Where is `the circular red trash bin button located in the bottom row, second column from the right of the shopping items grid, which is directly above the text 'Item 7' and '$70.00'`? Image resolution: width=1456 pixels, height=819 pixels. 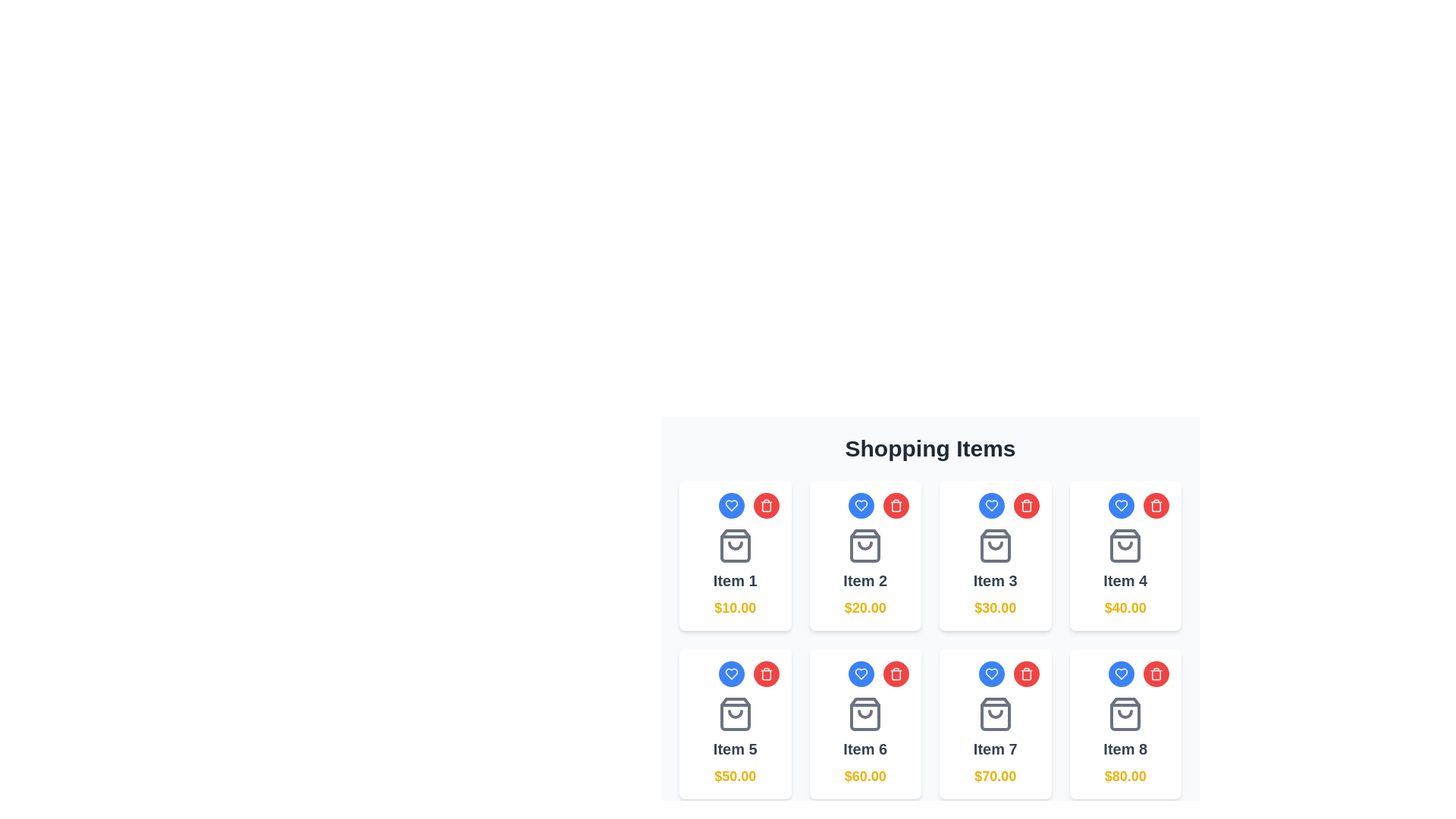 the circular red trash bin button located in the bottom row, second column from the right of the shopping items grid, which is directly above the text 'Item 7' and '$70.00' is located at coordinates (1026, 673).